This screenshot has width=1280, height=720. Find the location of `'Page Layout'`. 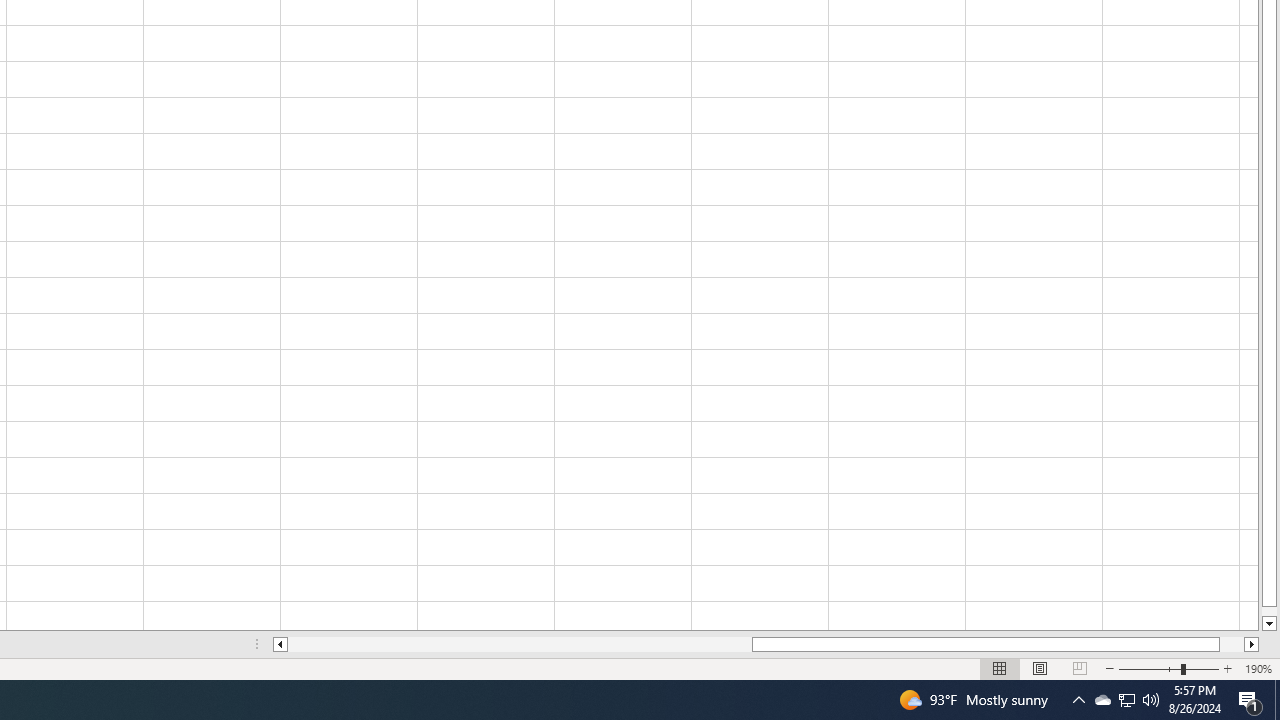

'Page Layout' is located at coordinates (1040, 669).